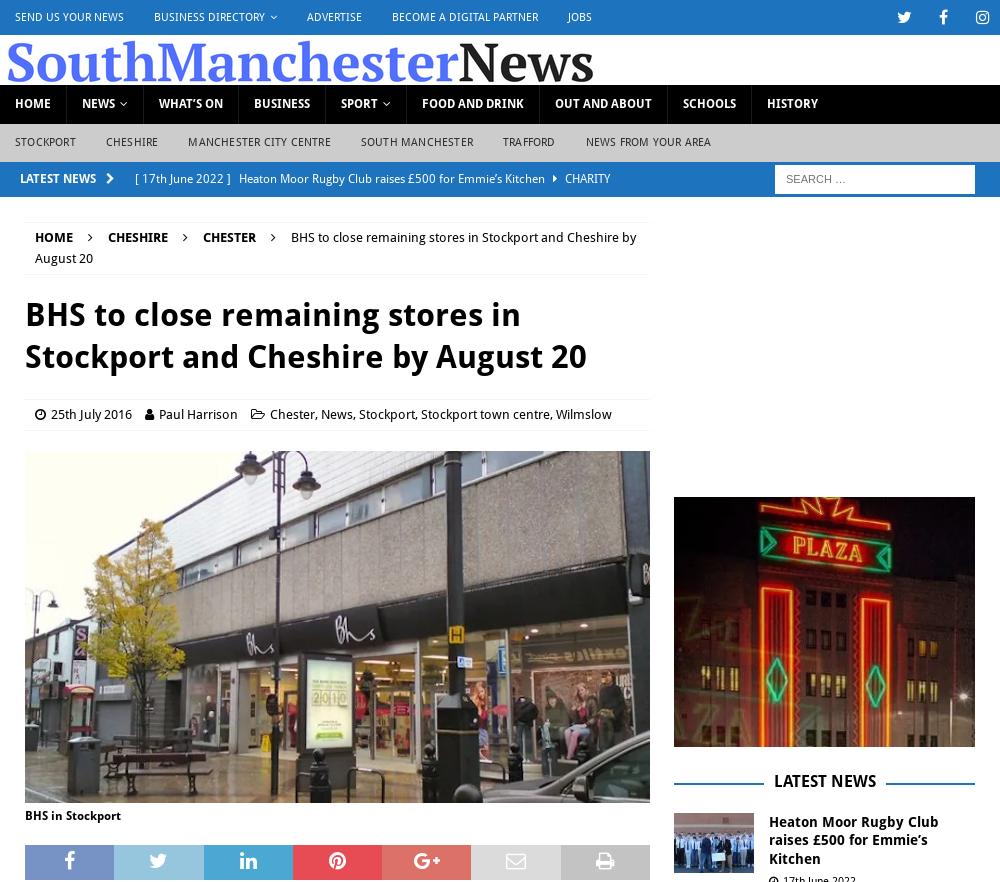  What do you see at coordinates (320, 412) in the screenshot?
I see `'News'` at bounding box center [320, 412].